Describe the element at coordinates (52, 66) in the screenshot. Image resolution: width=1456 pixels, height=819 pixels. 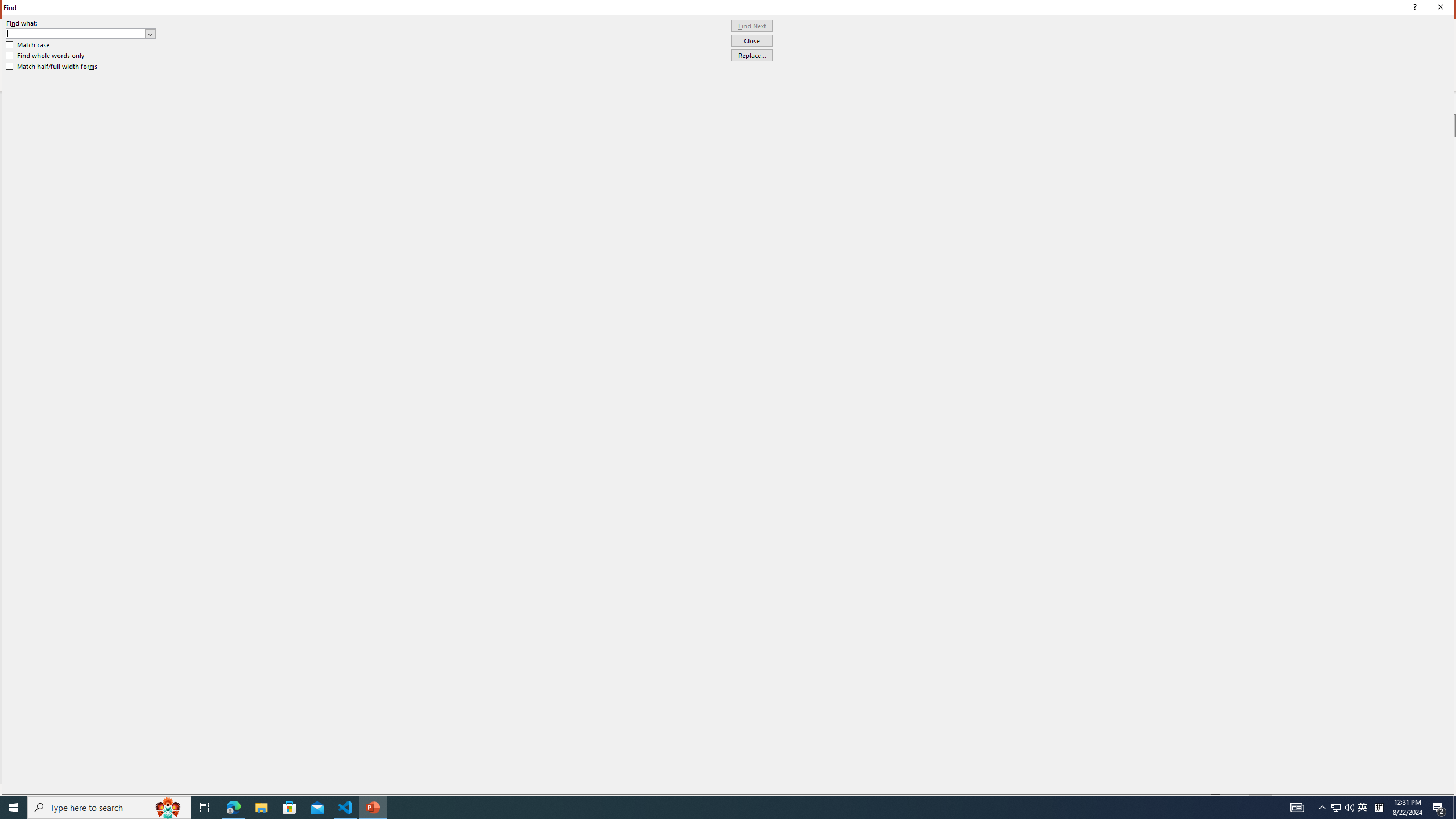
I see `'Match half/full width forms'` at that location.